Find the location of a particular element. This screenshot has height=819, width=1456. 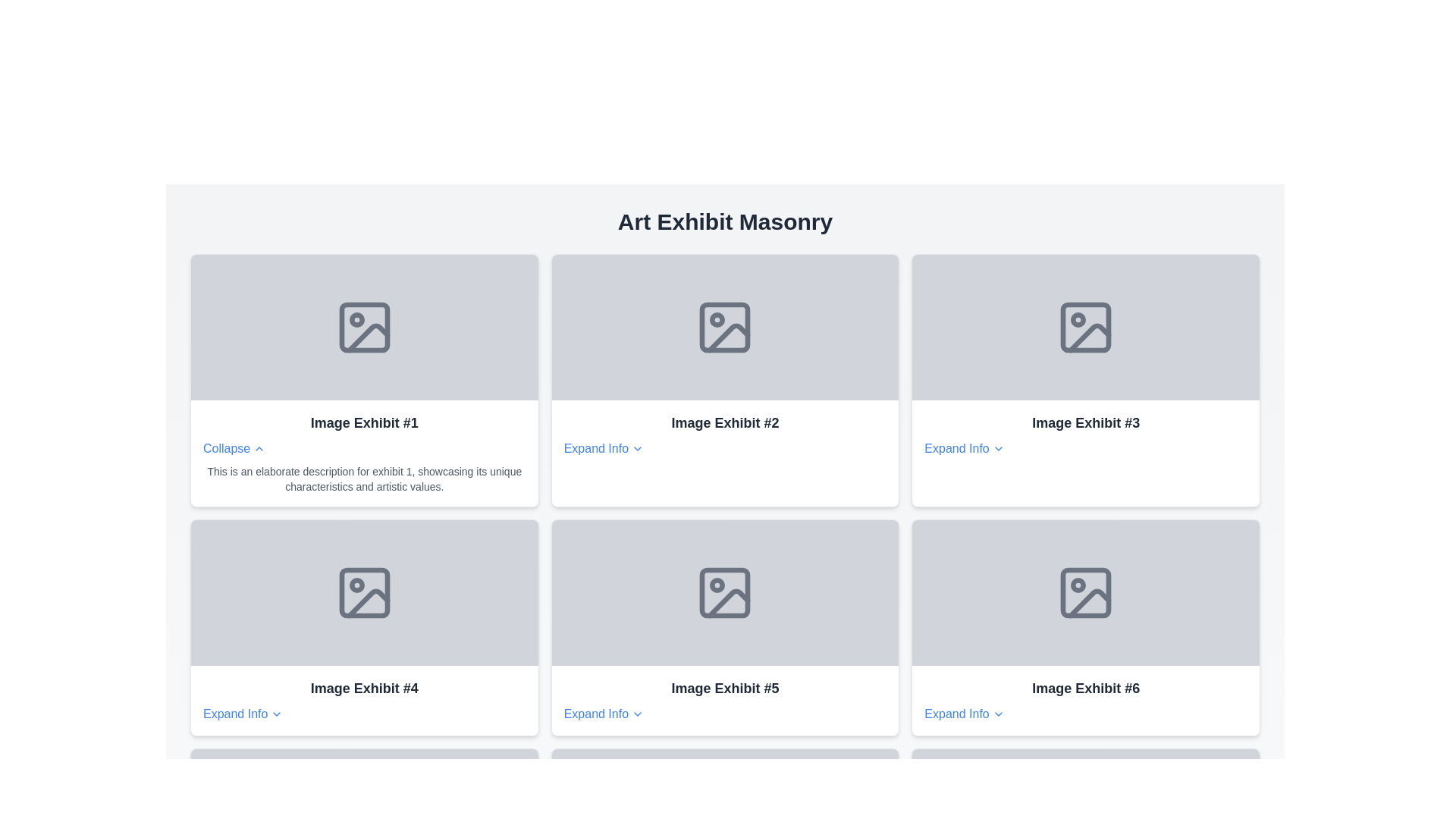

the title text 'Image Exhibit #6' is located at coordinates (1085, 701).